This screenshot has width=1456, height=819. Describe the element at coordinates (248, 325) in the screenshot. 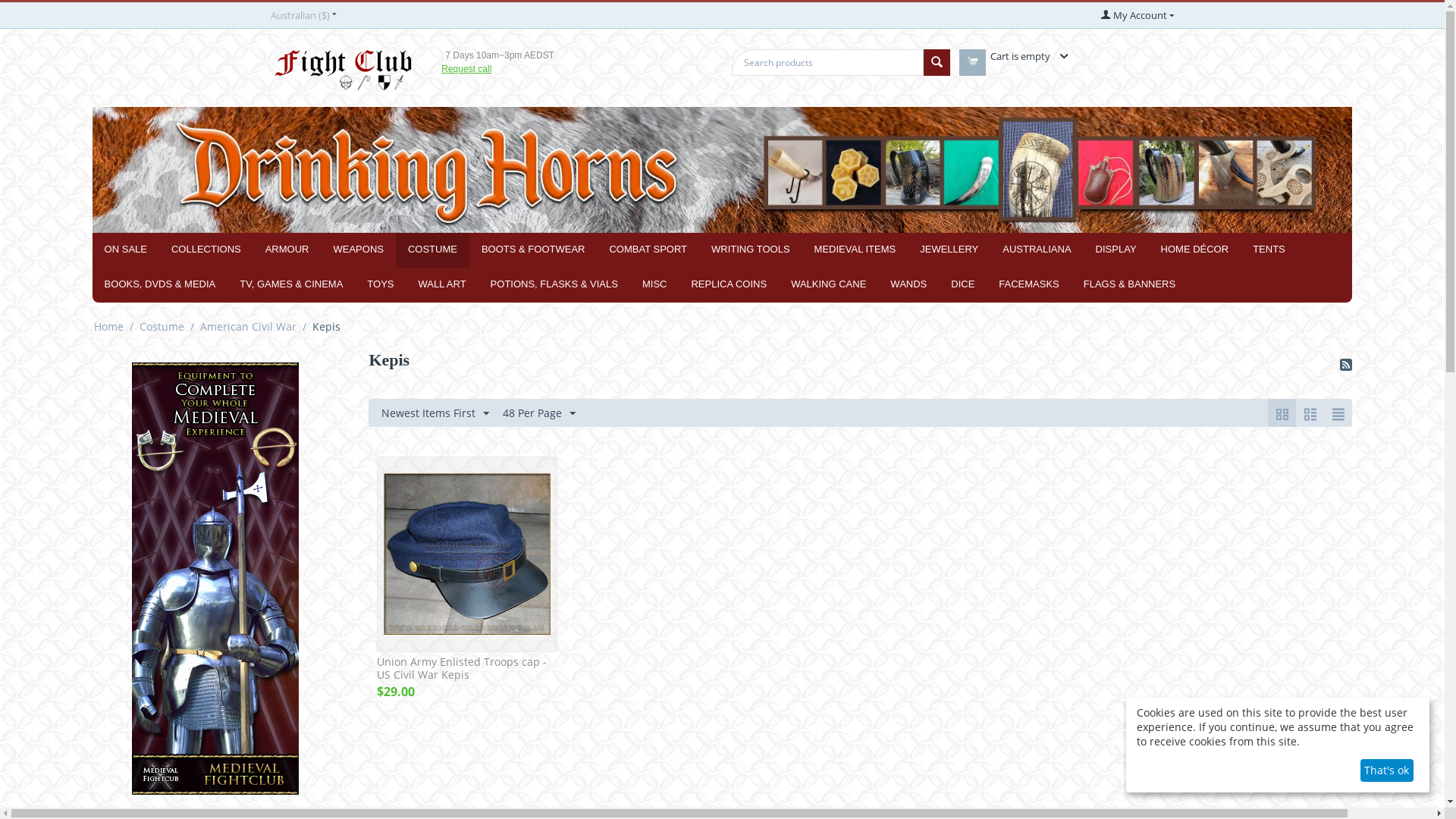

I see `'American Civil War'` at that location.